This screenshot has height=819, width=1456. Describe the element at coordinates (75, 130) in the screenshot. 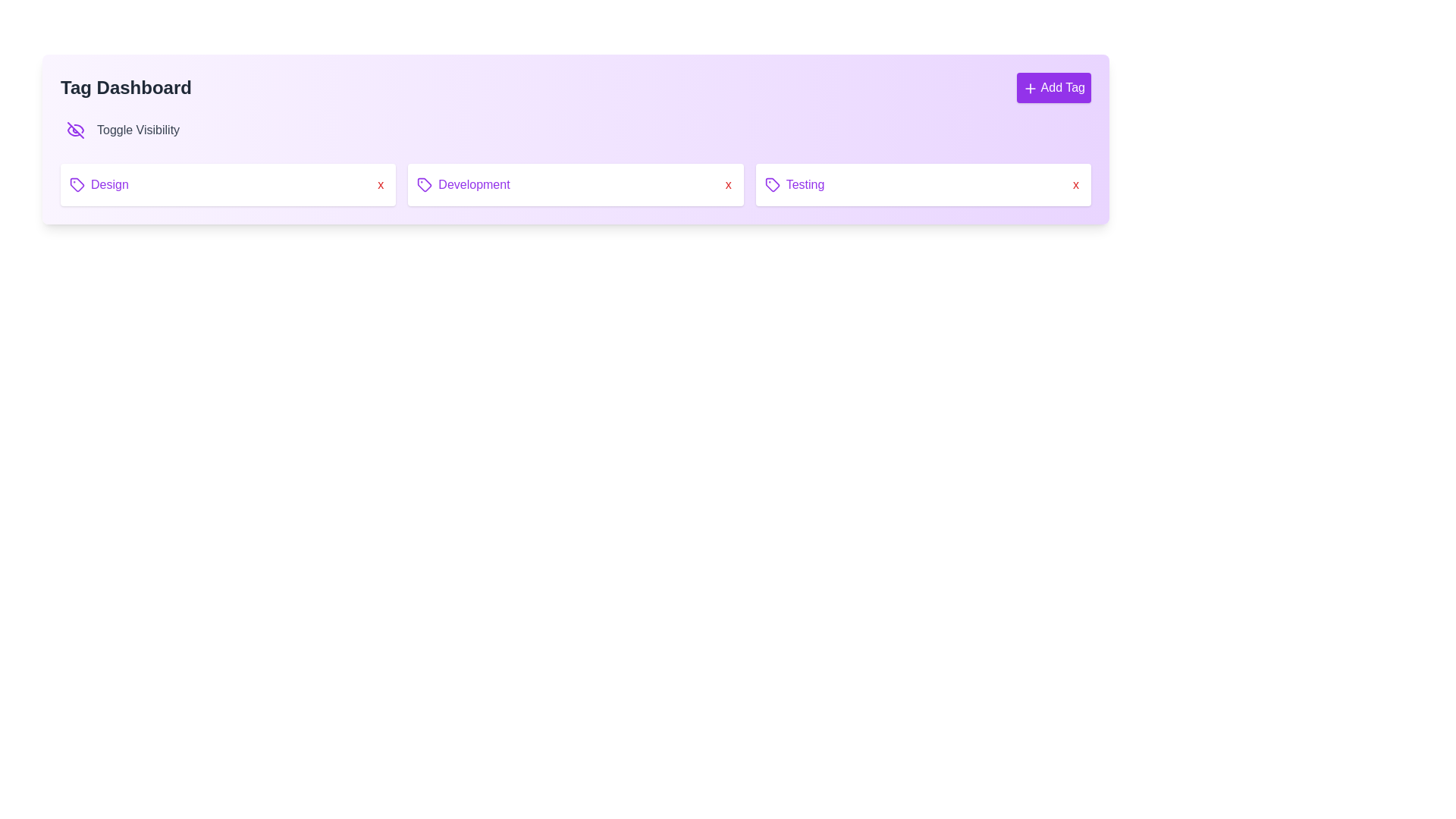

I see `the visibility toggle button` at that location.